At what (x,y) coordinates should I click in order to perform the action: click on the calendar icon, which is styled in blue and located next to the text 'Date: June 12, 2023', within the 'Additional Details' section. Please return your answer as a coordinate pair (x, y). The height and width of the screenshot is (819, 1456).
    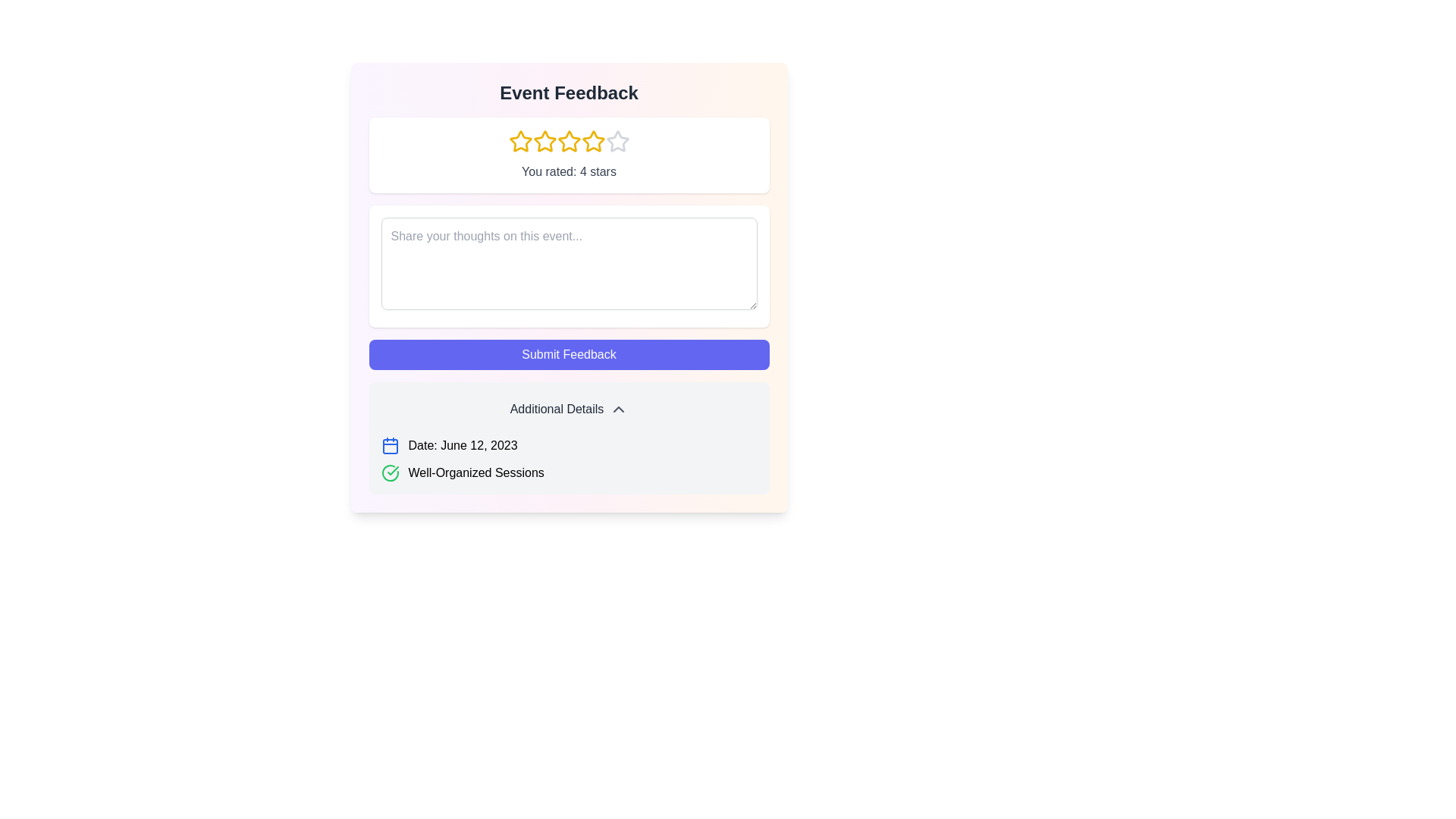
    Looking at the image, I should click on (390, 444).